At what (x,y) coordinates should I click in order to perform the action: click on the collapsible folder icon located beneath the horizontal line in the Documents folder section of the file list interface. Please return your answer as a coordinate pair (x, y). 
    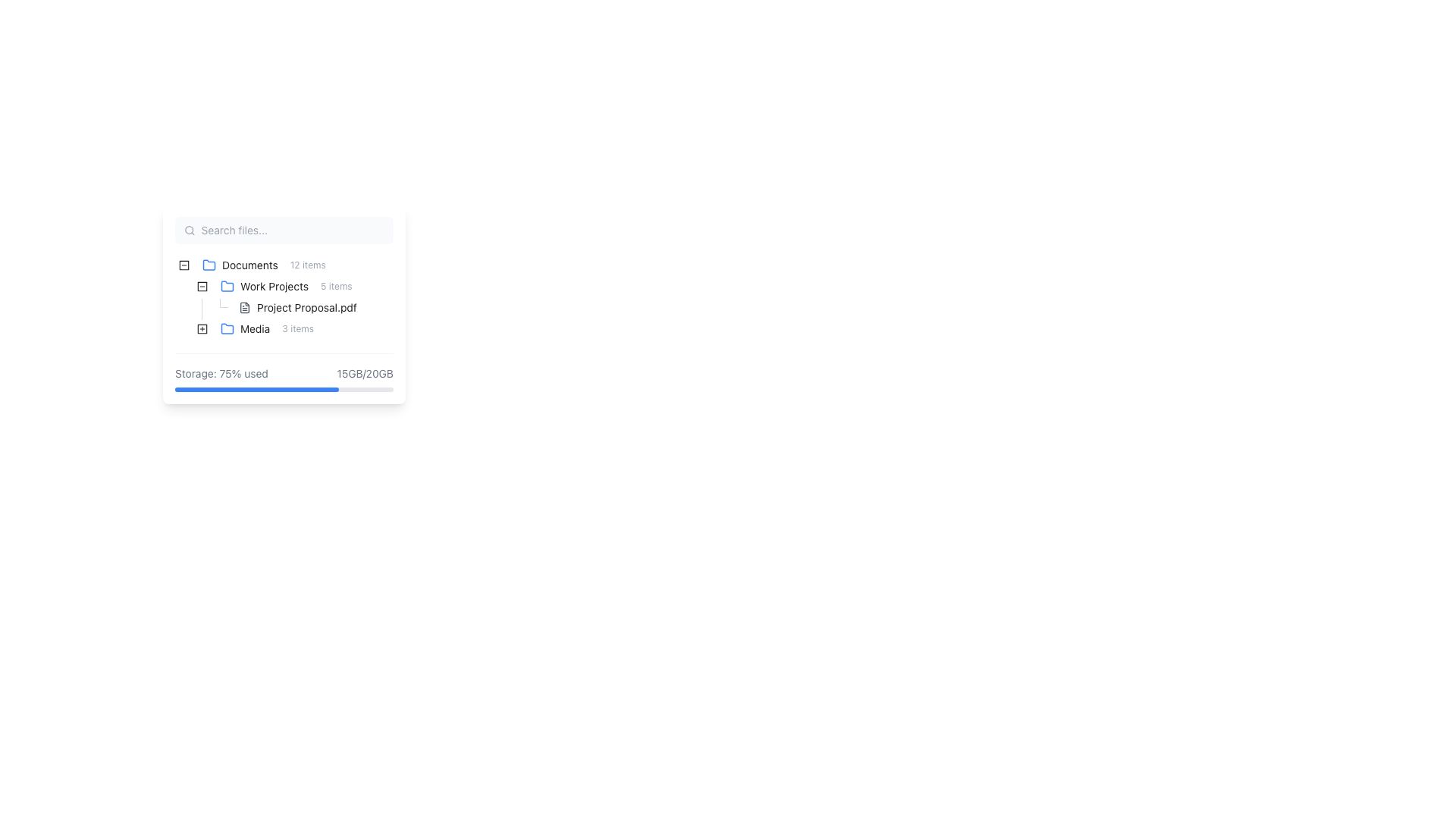
    Looking at the image, I should click on (184, 265).